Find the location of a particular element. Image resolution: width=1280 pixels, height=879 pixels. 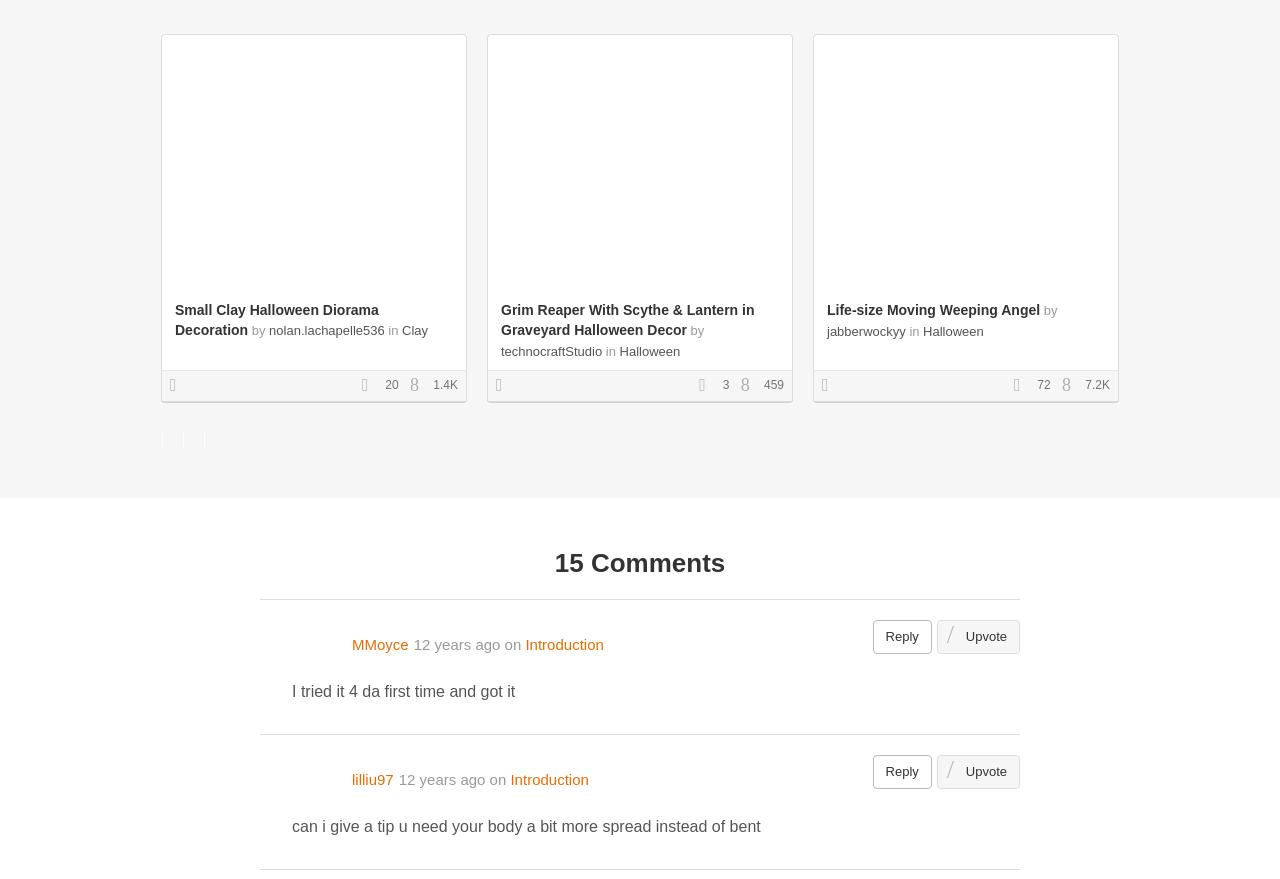

'technocraftStudio' is located at coordinates (551, 350).